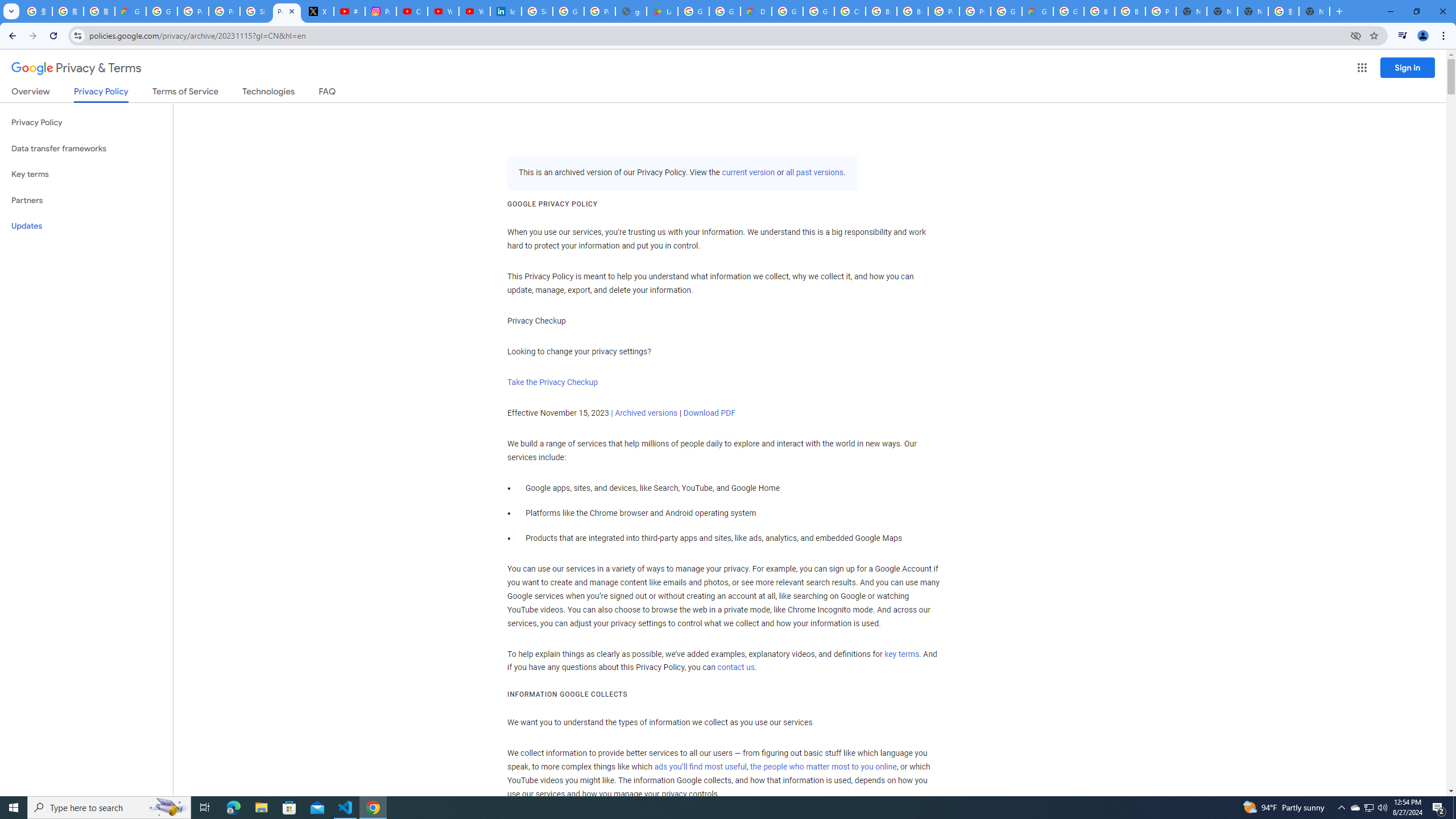  What do you see at coordinates (646, 412) in the screenshot?
I see `'Archived versions'` at bounding box center [646, 412].